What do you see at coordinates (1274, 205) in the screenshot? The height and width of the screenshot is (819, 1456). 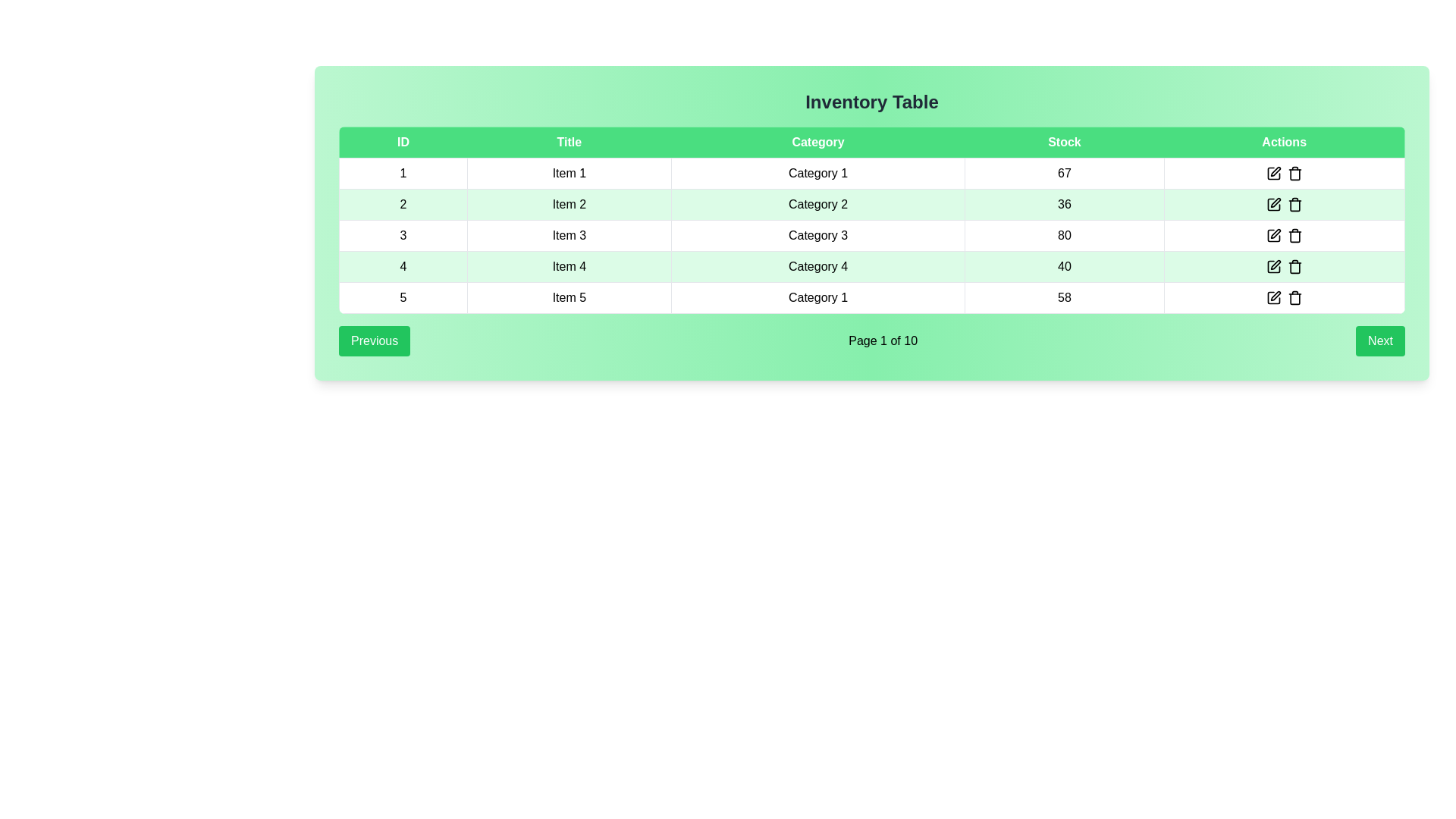 I see `the Icon component depicting a square with a pen motif, located in the 'Actions' column of the second row of the table` at bounding box center [1274, 205].